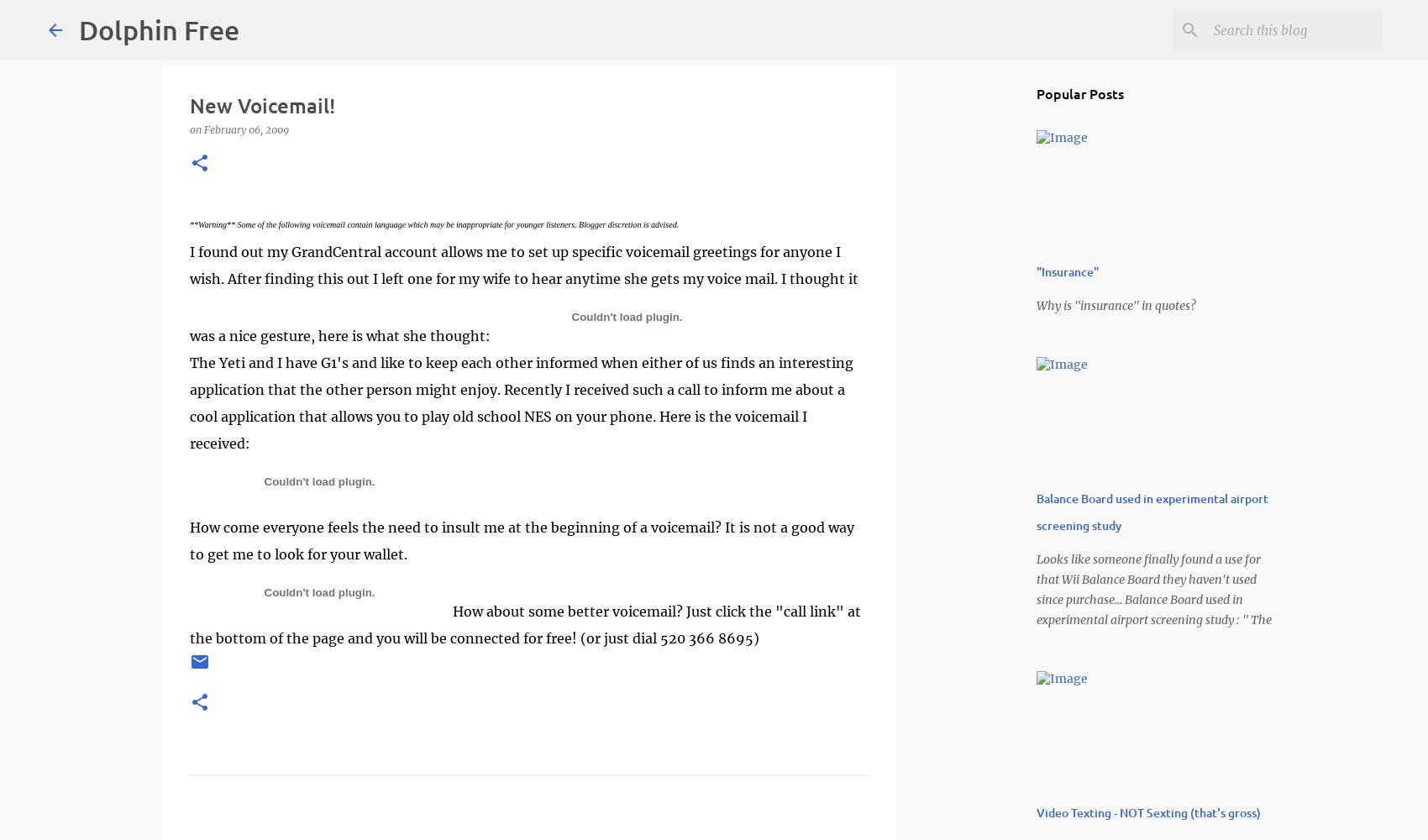 This screenshot has height=840, width=1428. I want to click on 'How come everyone feels the need to insult me at the beginning of a voicemail? It is not a good way to get me to look for your wallet.', so click(521, 541).